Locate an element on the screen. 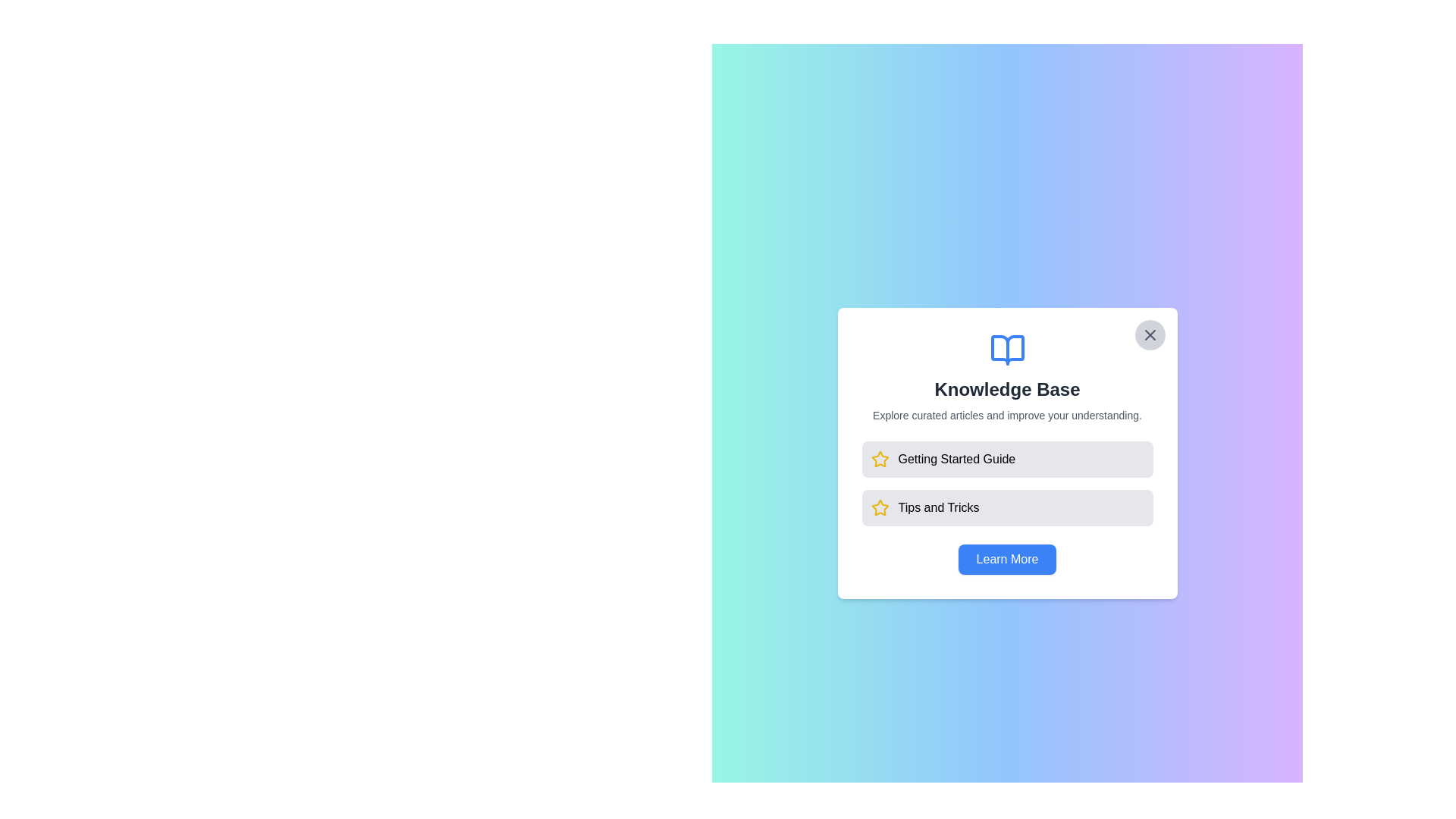  the clickable panel titled 'Getting Started Guide' which has a light gray background, a yellow outlined star icon to the left, and bold black text aligned to the right is located at coordinates (1007, 458).